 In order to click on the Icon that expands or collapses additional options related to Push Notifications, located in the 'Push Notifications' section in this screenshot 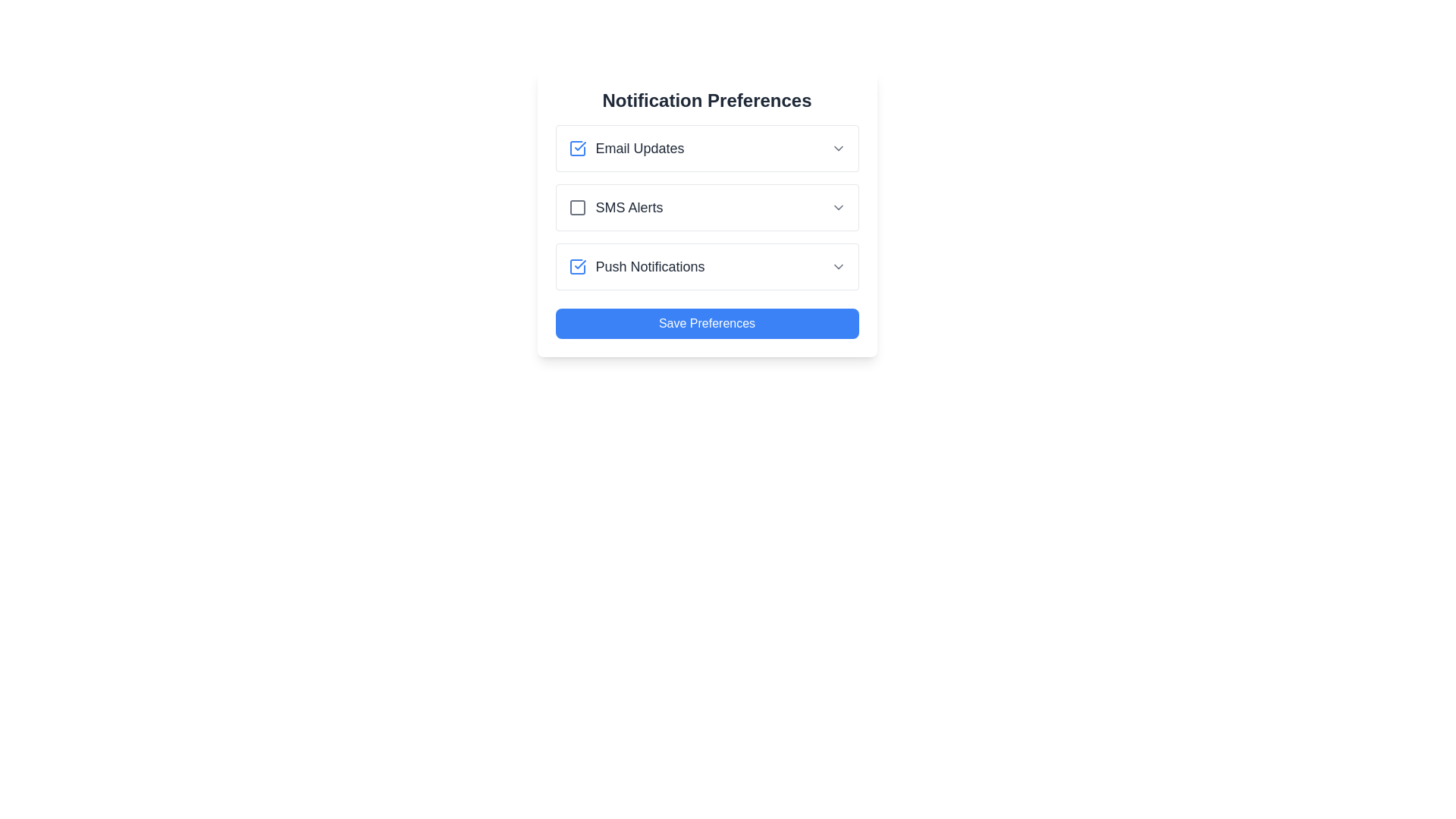, I will do `click(837, 265)`.